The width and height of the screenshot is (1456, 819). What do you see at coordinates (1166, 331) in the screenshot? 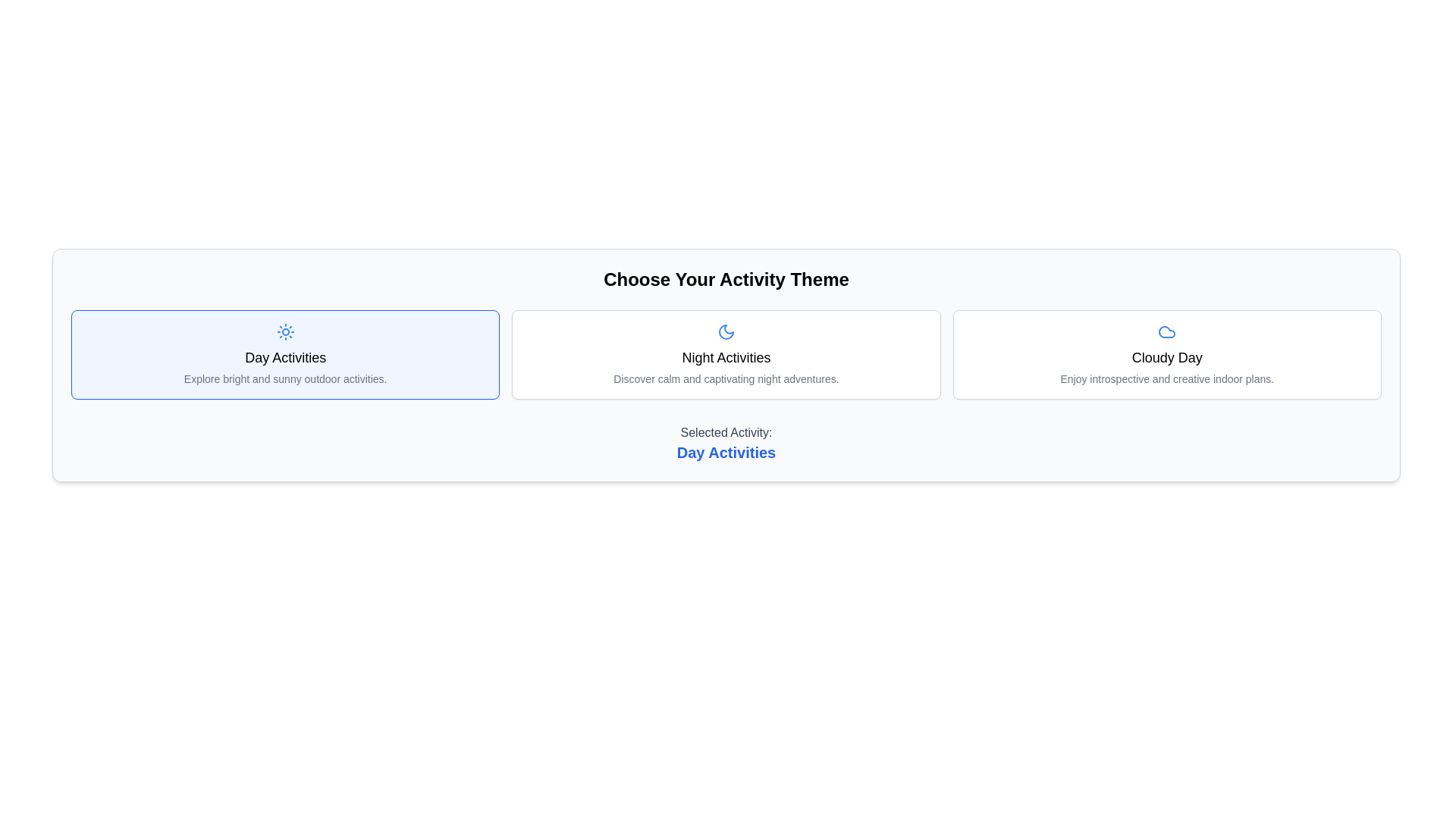
I see `the cloud-shaped icon with a 2-pixel outline located in the third card titled 'Cloudy Day' under the 'Choose Your Activity Theme' section` at bounding box center [1166, 331].